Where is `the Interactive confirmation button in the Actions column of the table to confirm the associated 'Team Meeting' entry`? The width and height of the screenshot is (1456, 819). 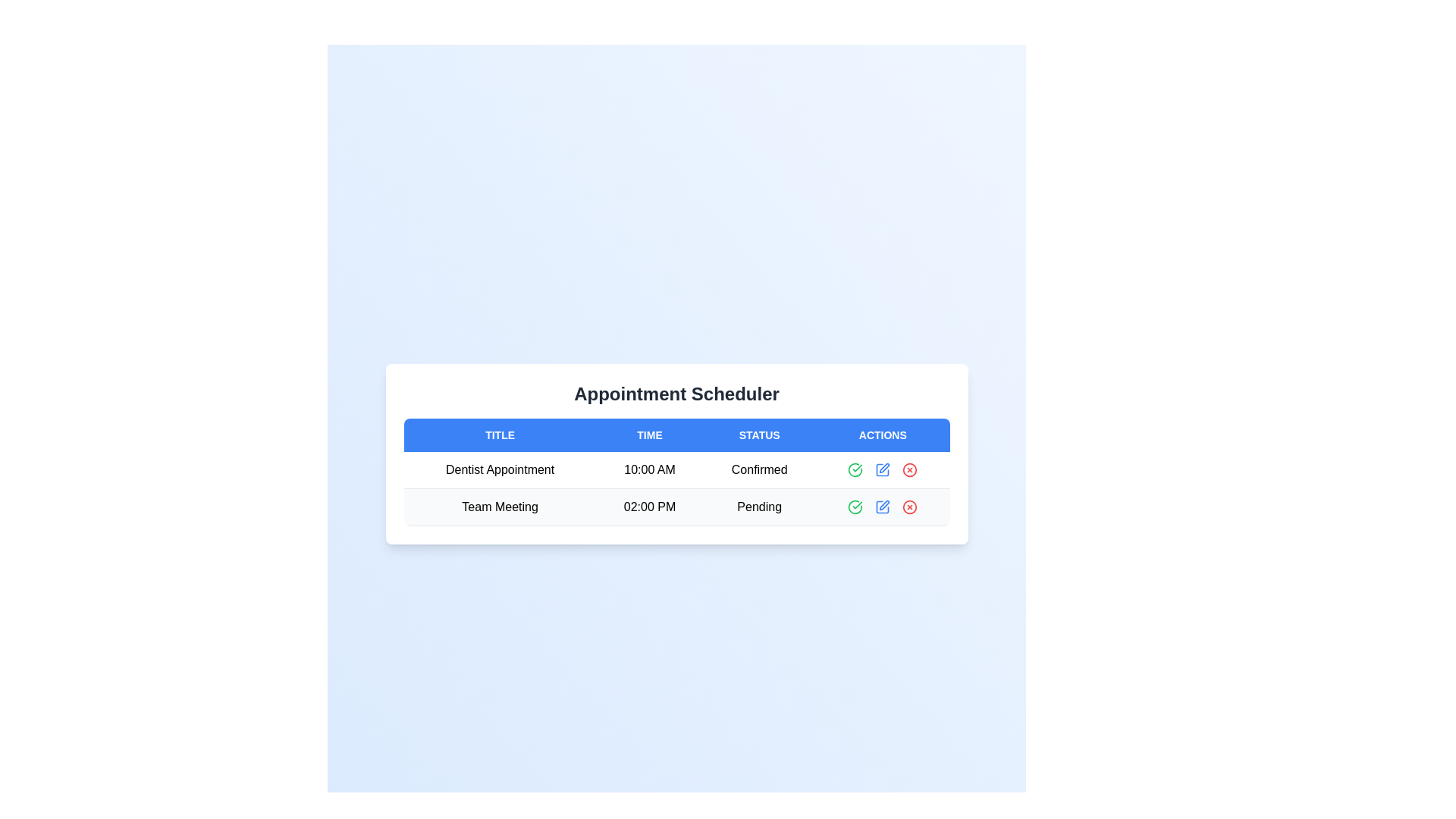
the Interactive confirmation button in the Actions column of the table to confirm the associated 'Team Meeting' entry is located at coordinates (855, 469).